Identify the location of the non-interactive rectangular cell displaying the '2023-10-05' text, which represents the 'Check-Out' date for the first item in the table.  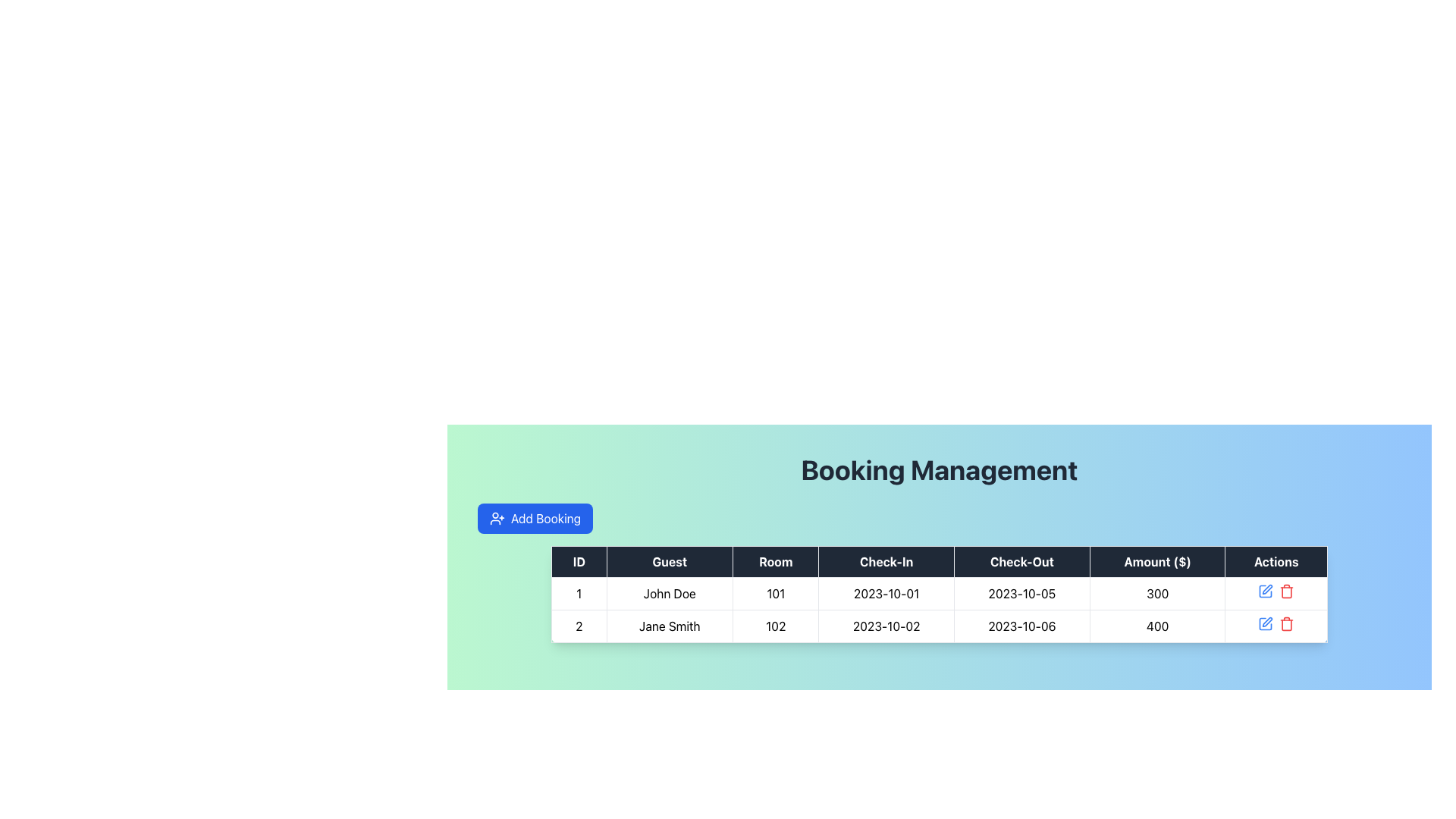
(1021, 593).